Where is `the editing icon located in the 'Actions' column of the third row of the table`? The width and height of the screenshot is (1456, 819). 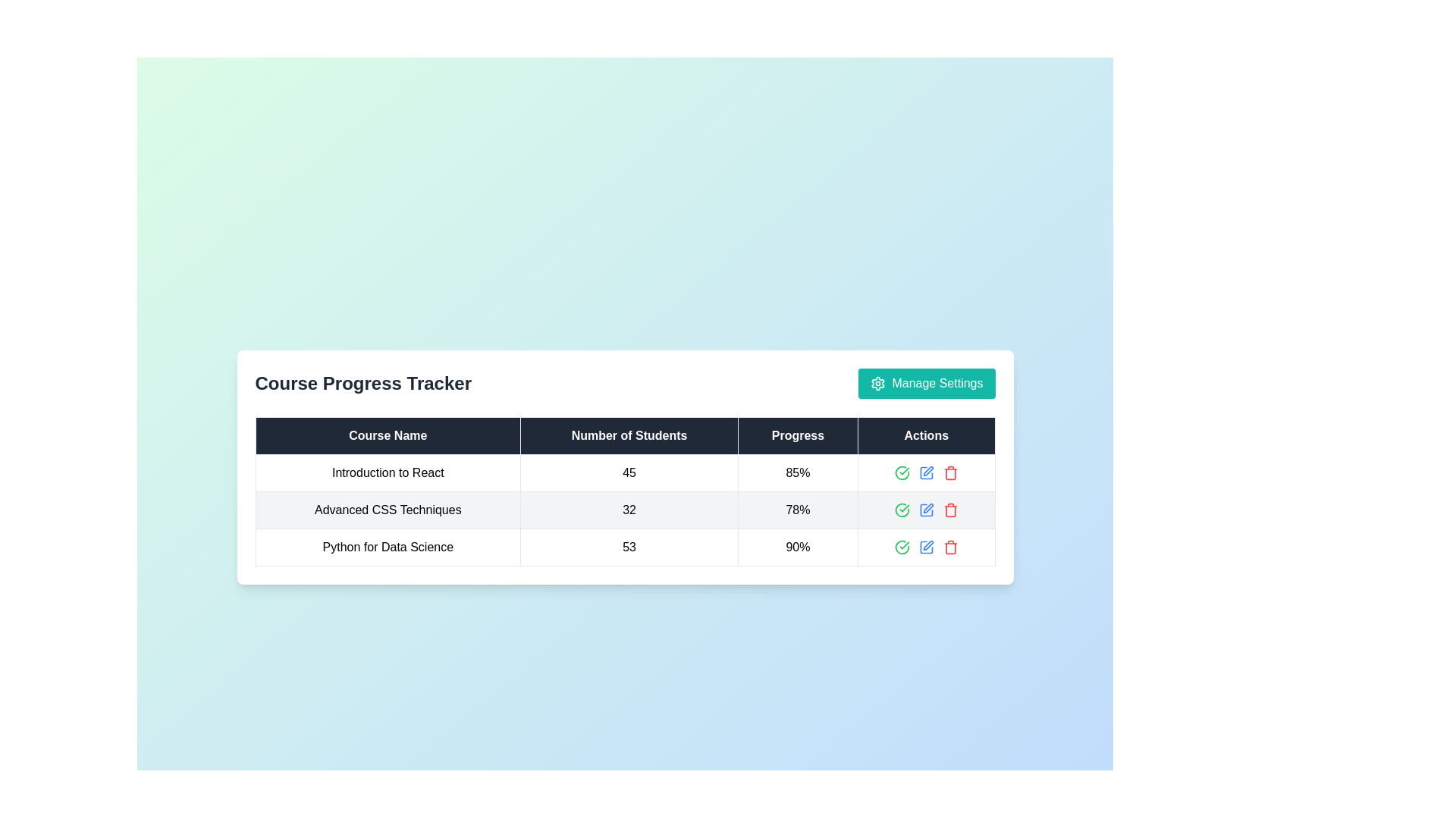 the editing icon located in the 'Actions' column of the third row of the table is located at coordinates (927, 544).